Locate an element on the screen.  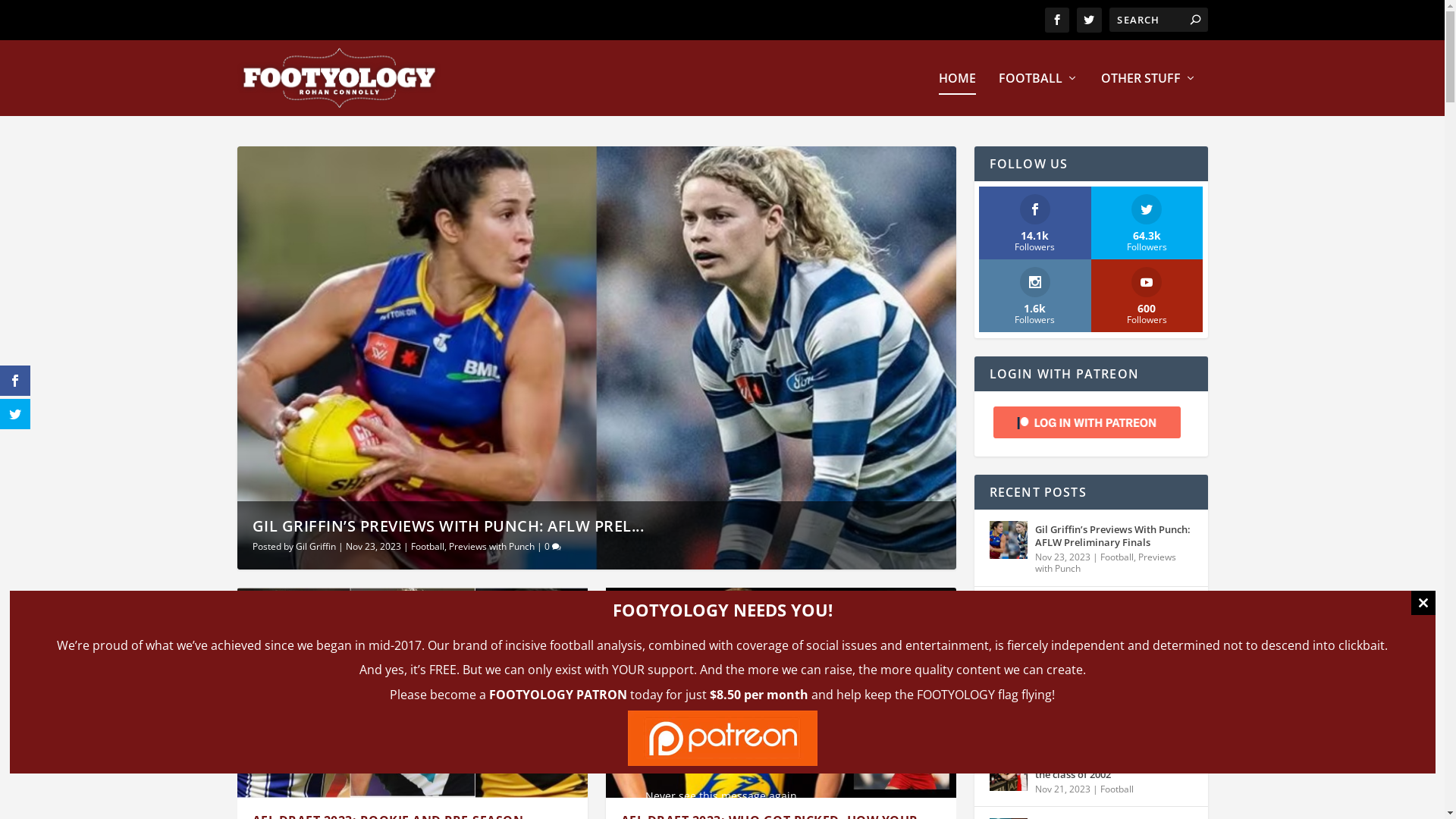
'1.6k is located at coordinates (1034, 295).